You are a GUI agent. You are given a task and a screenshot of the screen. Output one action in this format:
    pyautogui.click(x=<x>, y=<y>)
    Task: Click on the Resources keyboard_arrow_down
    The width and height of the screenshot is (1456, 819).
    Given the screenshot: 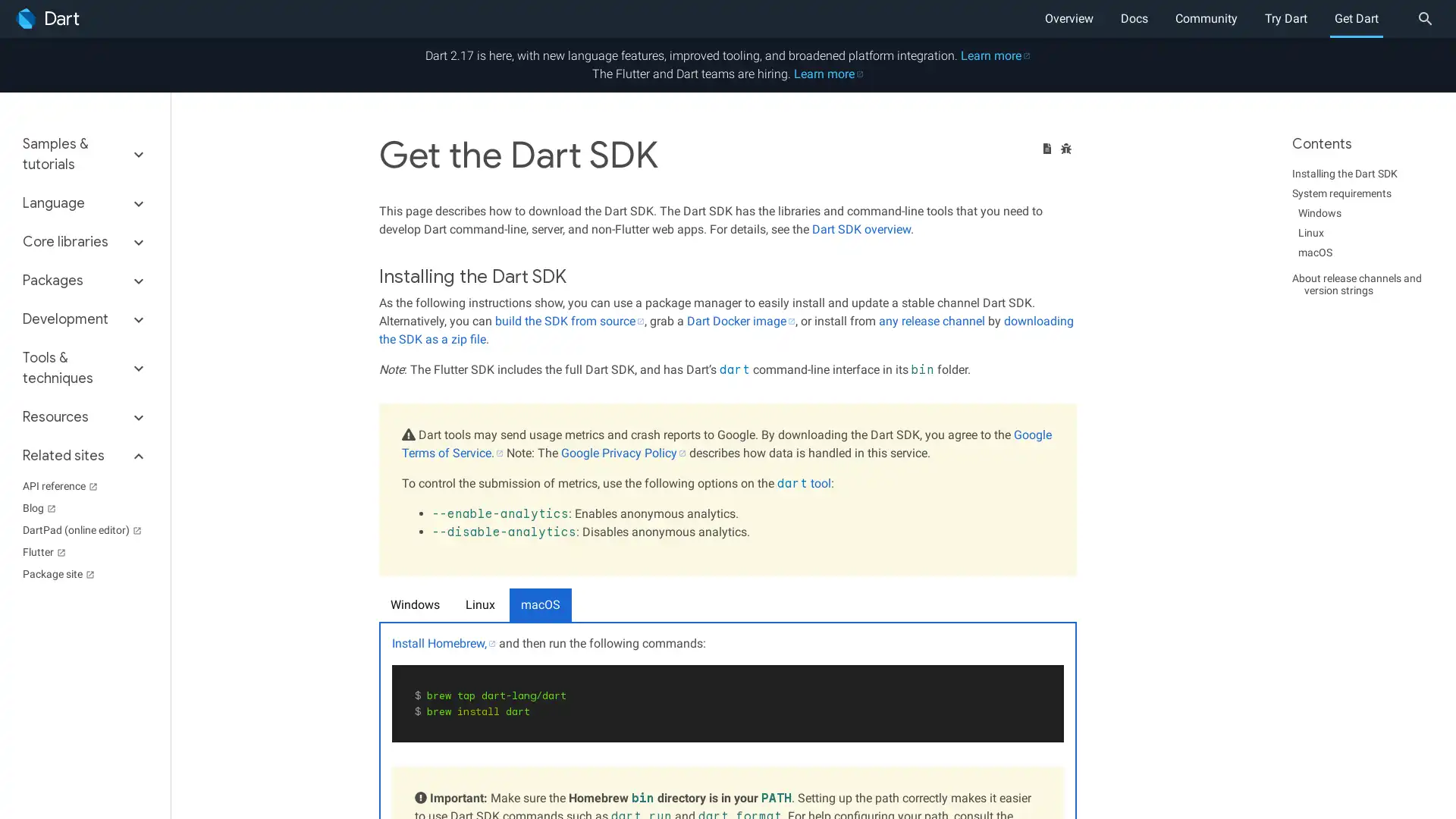 What is the action you would take?
    pyautogui.click(x=84, y=417)
    